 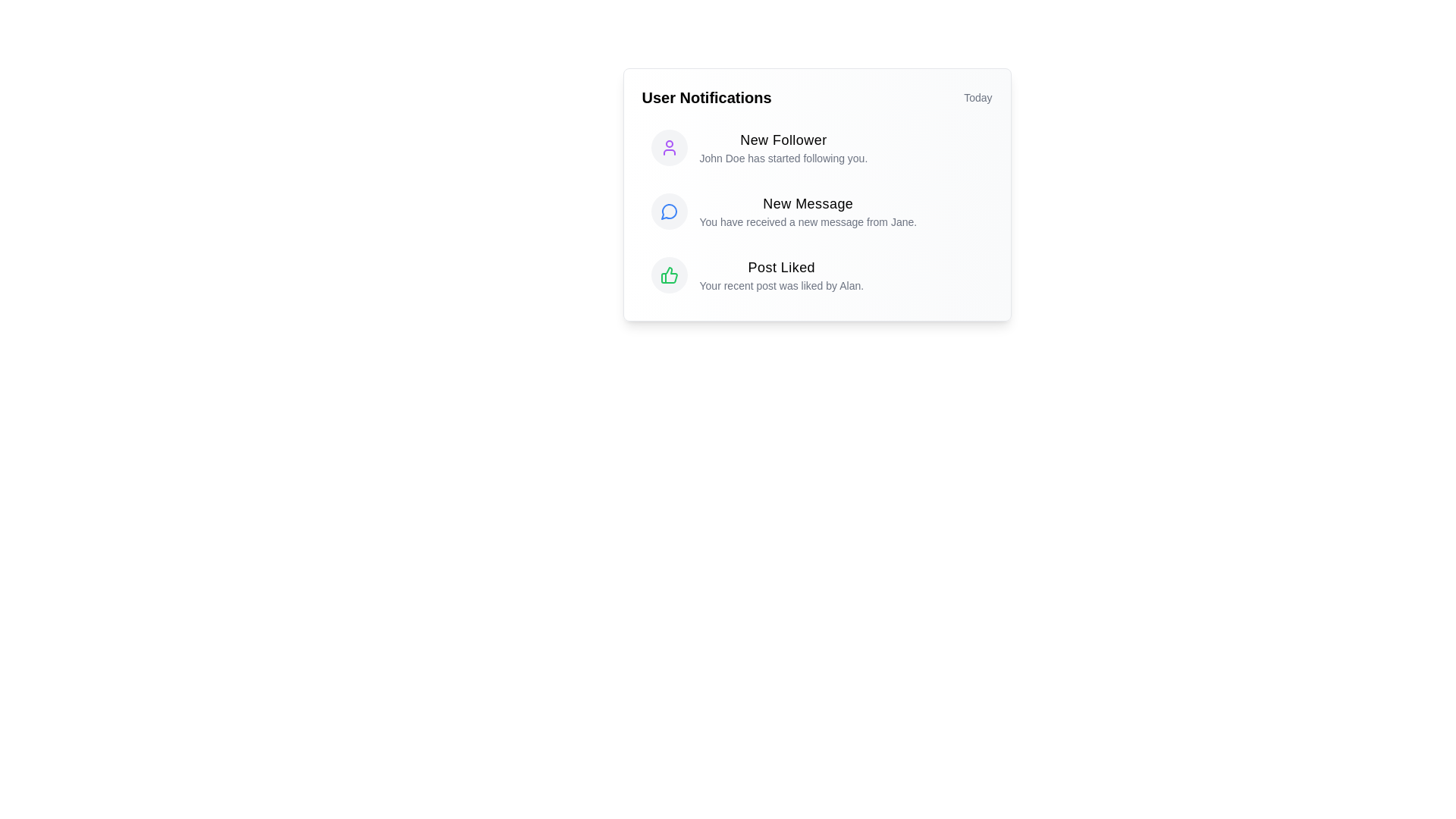 I want to click on the circular notification icon with a light gray background and blue chat bubble icon located to the left of the text 'New Message', so click(x=668, y=211).